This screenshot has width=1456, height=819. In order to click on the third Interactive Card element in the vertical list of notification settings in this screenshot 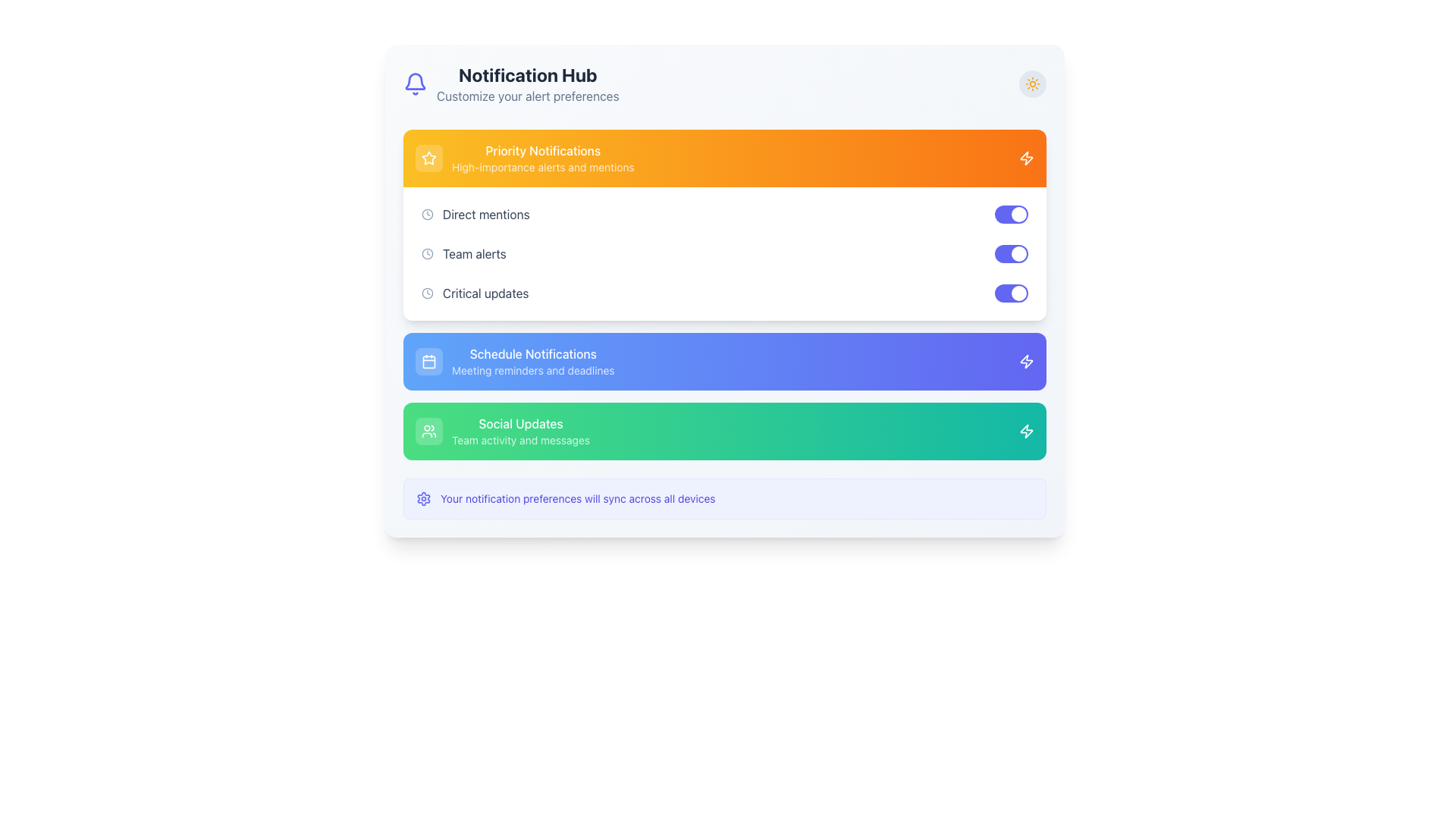, I will do `click(723, 431)`.